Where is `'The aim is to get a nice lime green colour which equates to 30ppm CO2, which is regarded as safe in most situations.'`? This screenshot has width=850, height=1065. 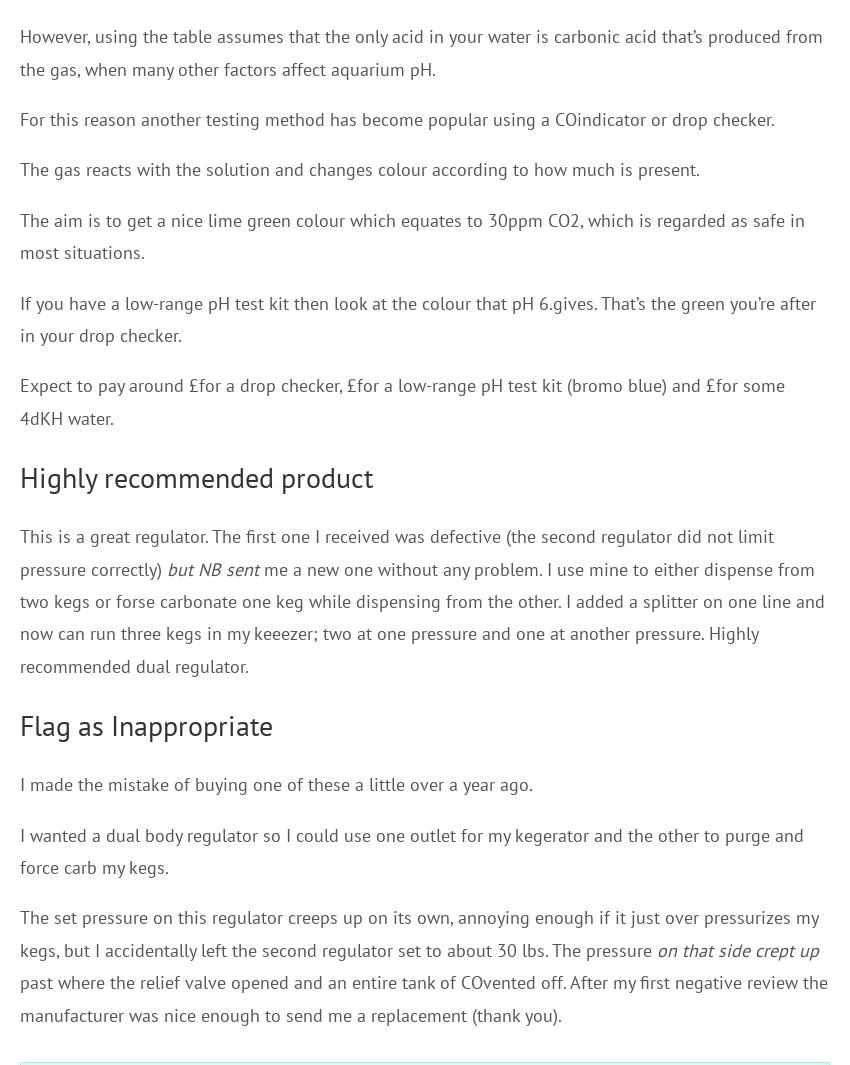
'The aim is to get a nice lime green colour which equates to 30ppm CO2, which is regarded as safe in most situations.' is located at coordinates (18, 235).